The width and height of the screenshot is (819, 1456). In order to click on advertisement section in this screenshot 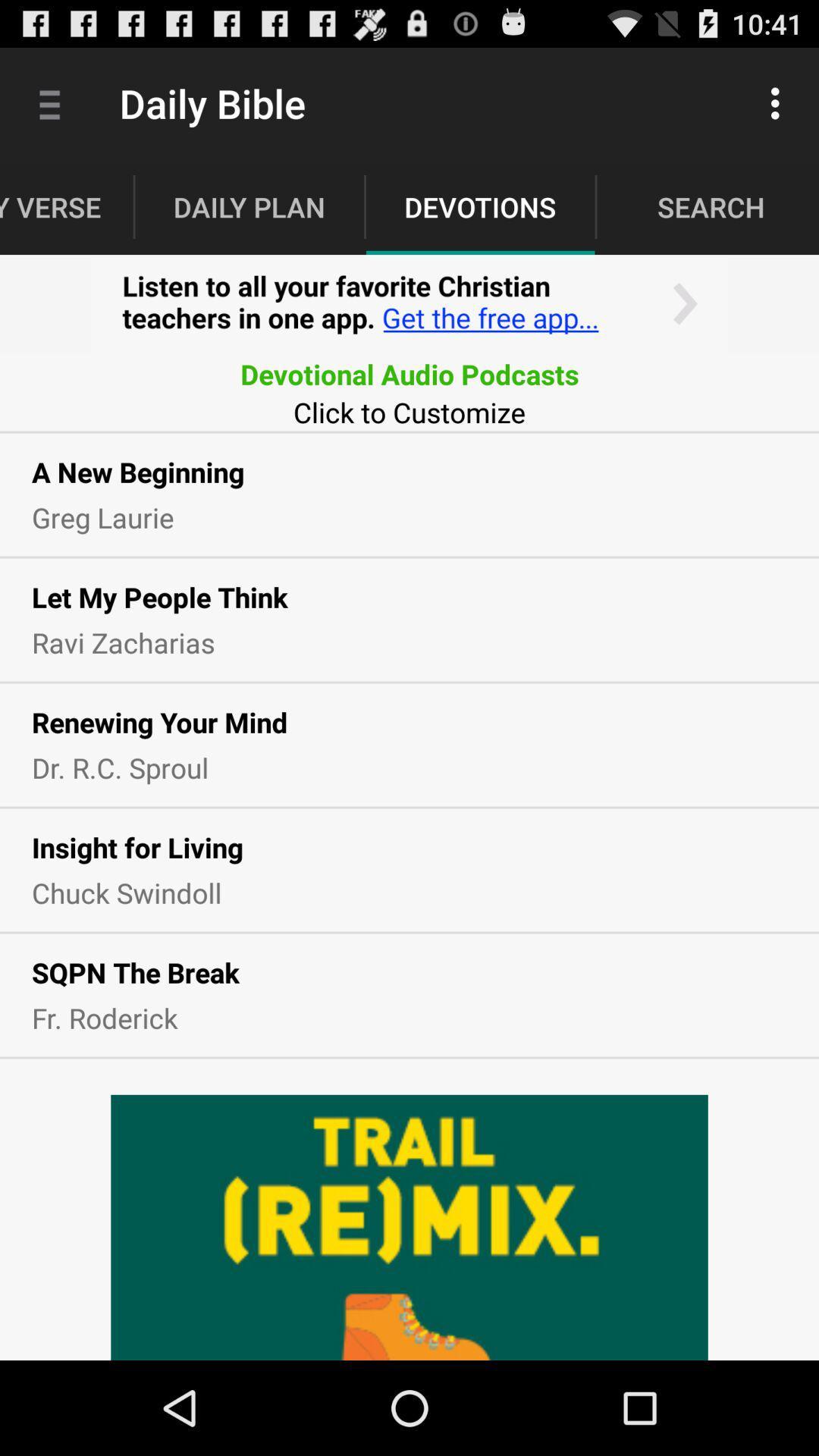, I will do `click(409, 303)`.